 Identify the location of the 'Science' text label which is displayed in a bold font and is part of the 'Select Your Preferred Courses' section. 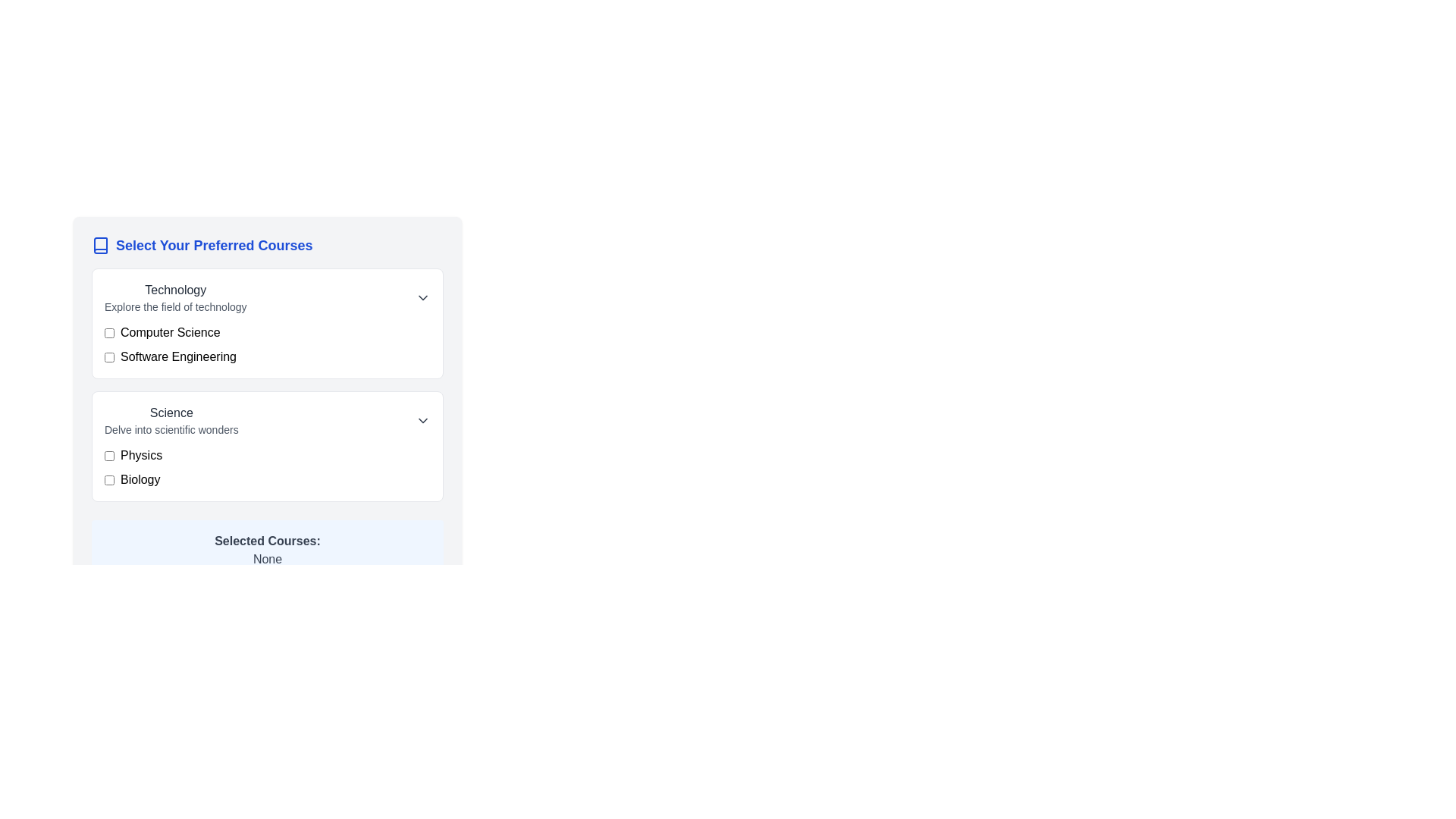
(171, 413).